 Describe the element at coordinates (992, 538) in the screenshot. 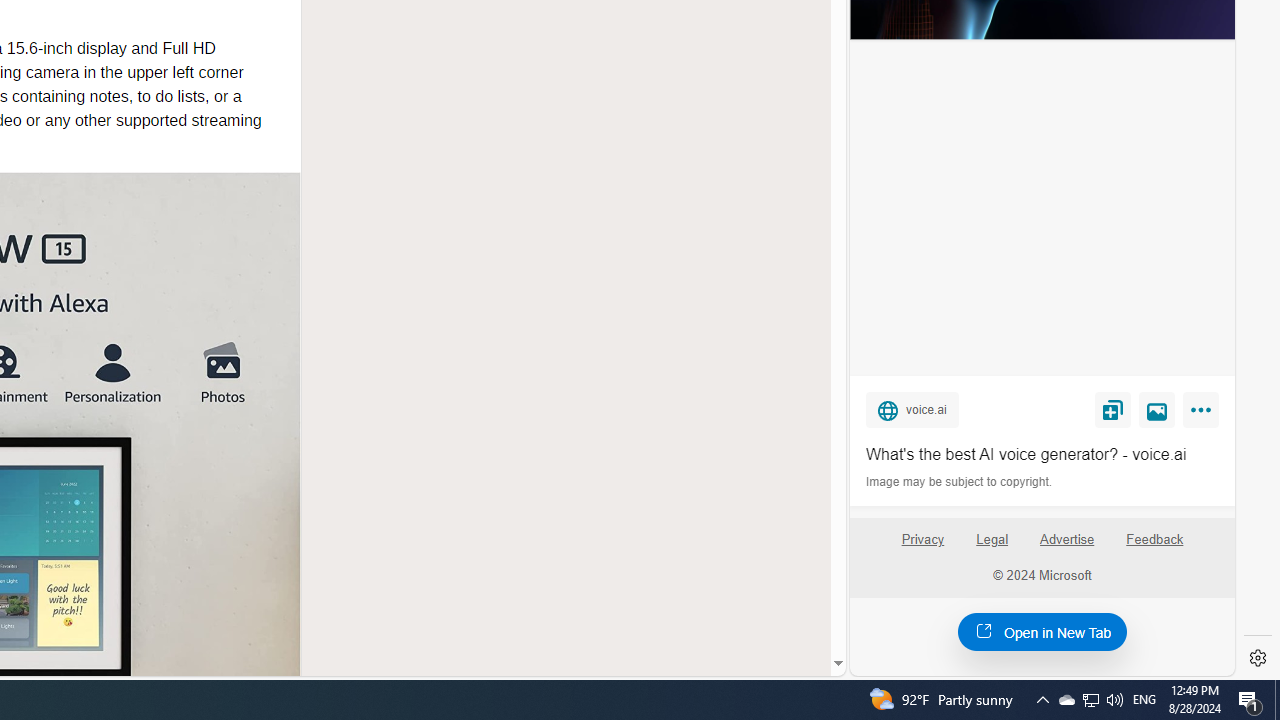

I see `'Legal'` at that location.